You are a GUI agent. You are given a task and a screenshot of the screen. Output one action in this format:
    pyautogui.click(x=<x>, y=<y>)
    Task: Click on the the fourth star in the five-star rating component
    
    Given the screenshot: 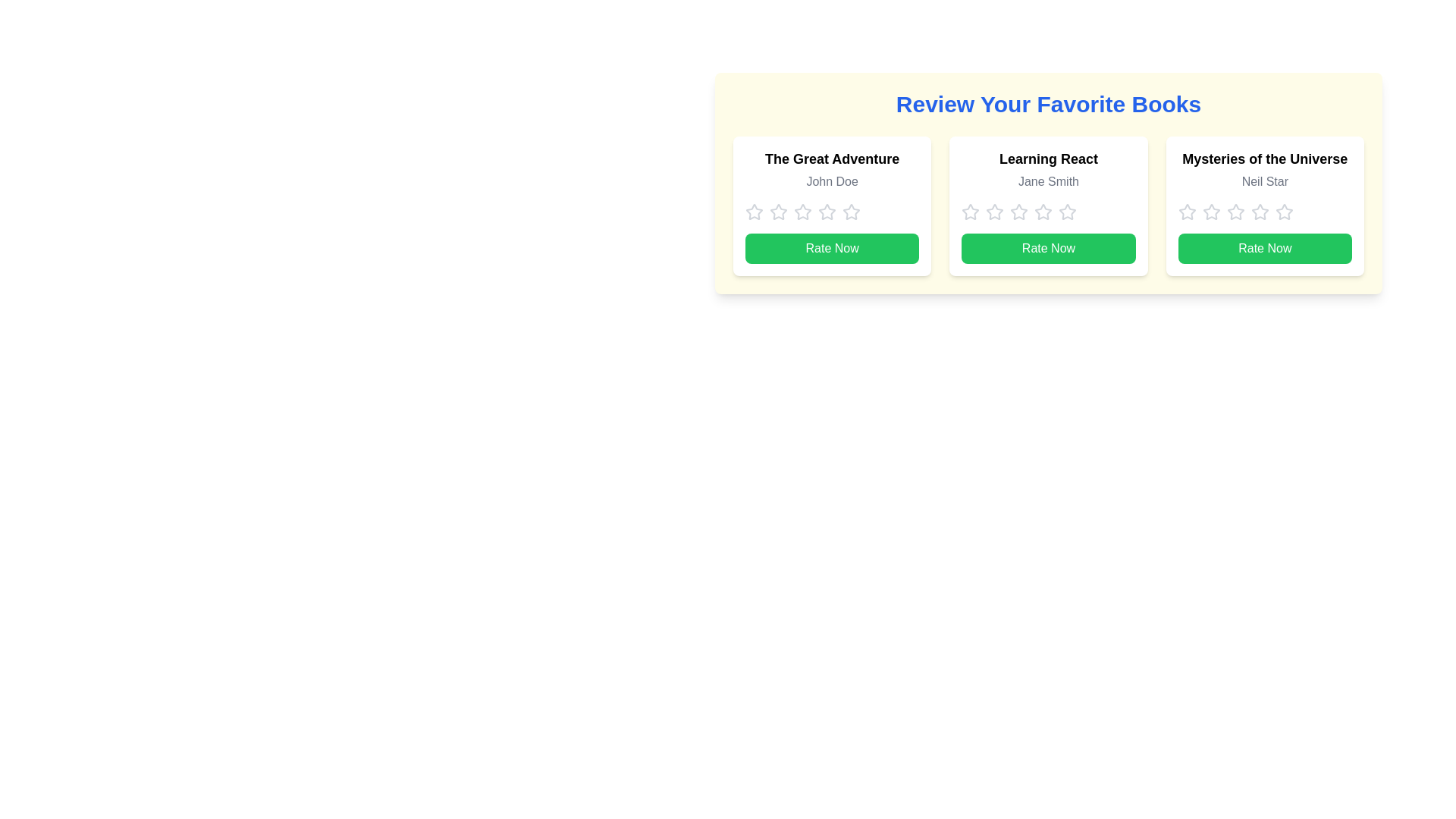 What is the action you would take?
    pyautogui.click(x=1067, y=212)
    